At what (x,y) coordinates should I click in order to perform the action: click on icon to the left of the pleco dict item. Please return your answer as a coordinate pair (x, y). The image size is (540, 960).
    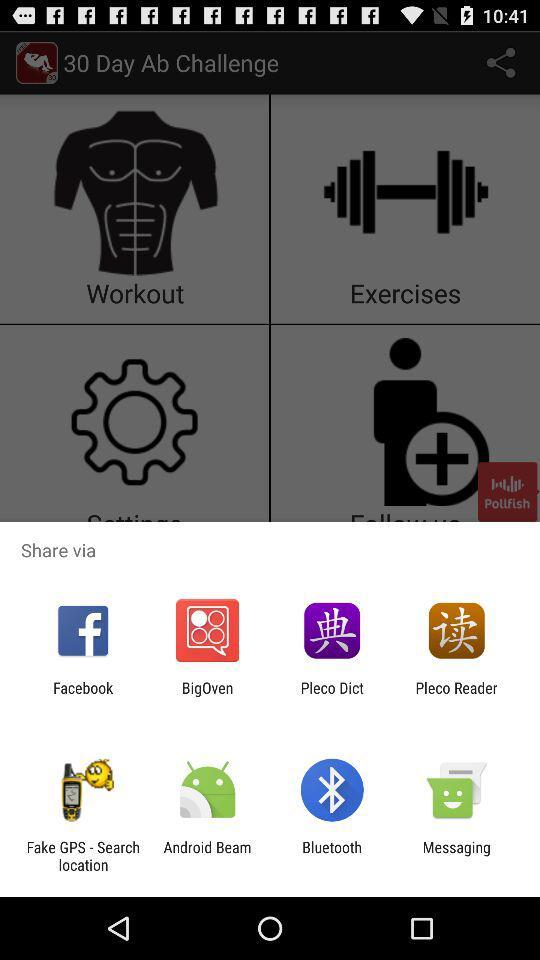
    Looking at the image, I should click on (206, 696).